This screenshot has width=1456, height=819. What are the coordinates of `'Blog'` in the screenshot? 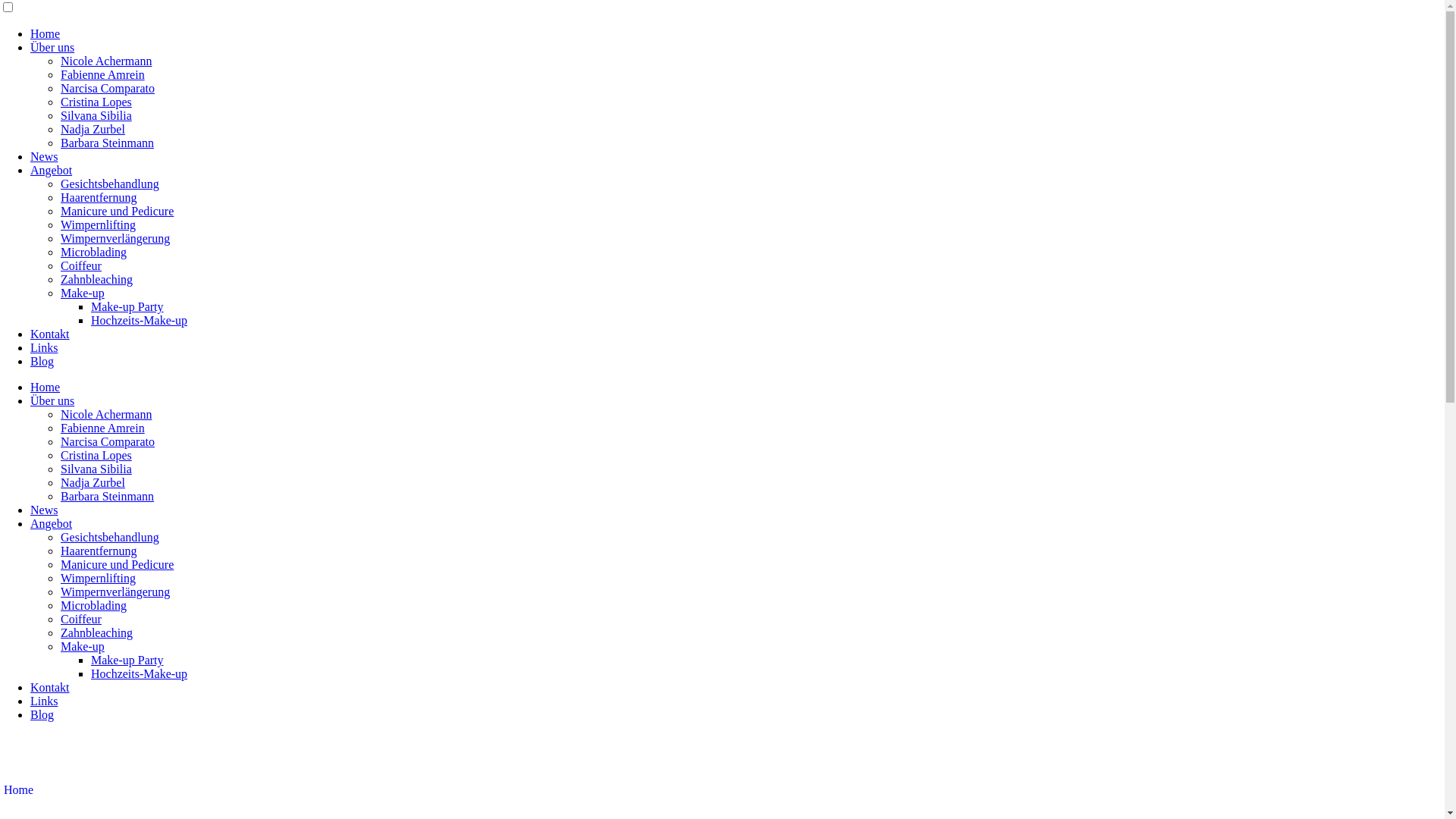 It's located at (42, 714).